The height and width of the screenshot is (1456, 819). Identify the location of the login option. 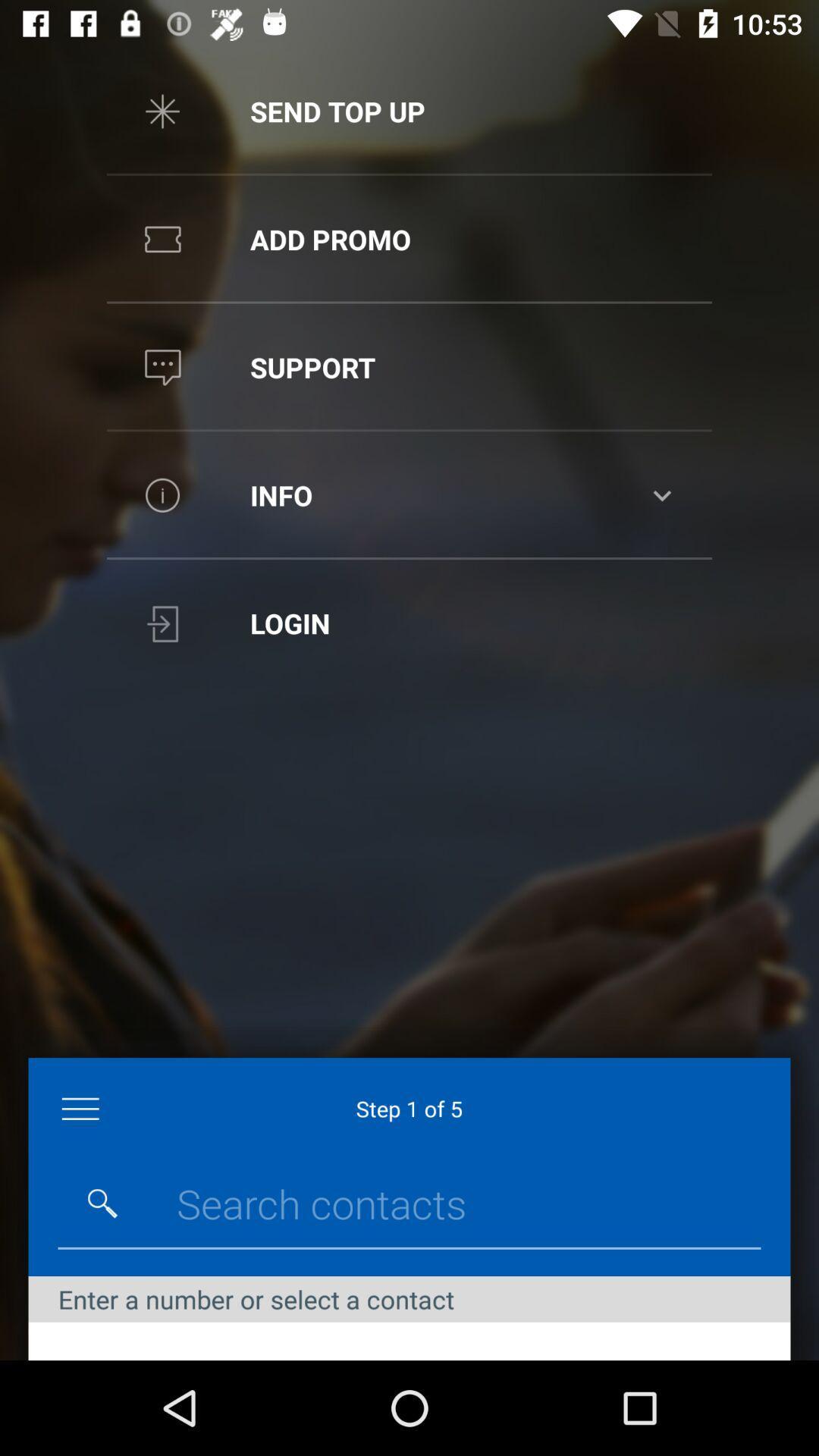
(409, 623).